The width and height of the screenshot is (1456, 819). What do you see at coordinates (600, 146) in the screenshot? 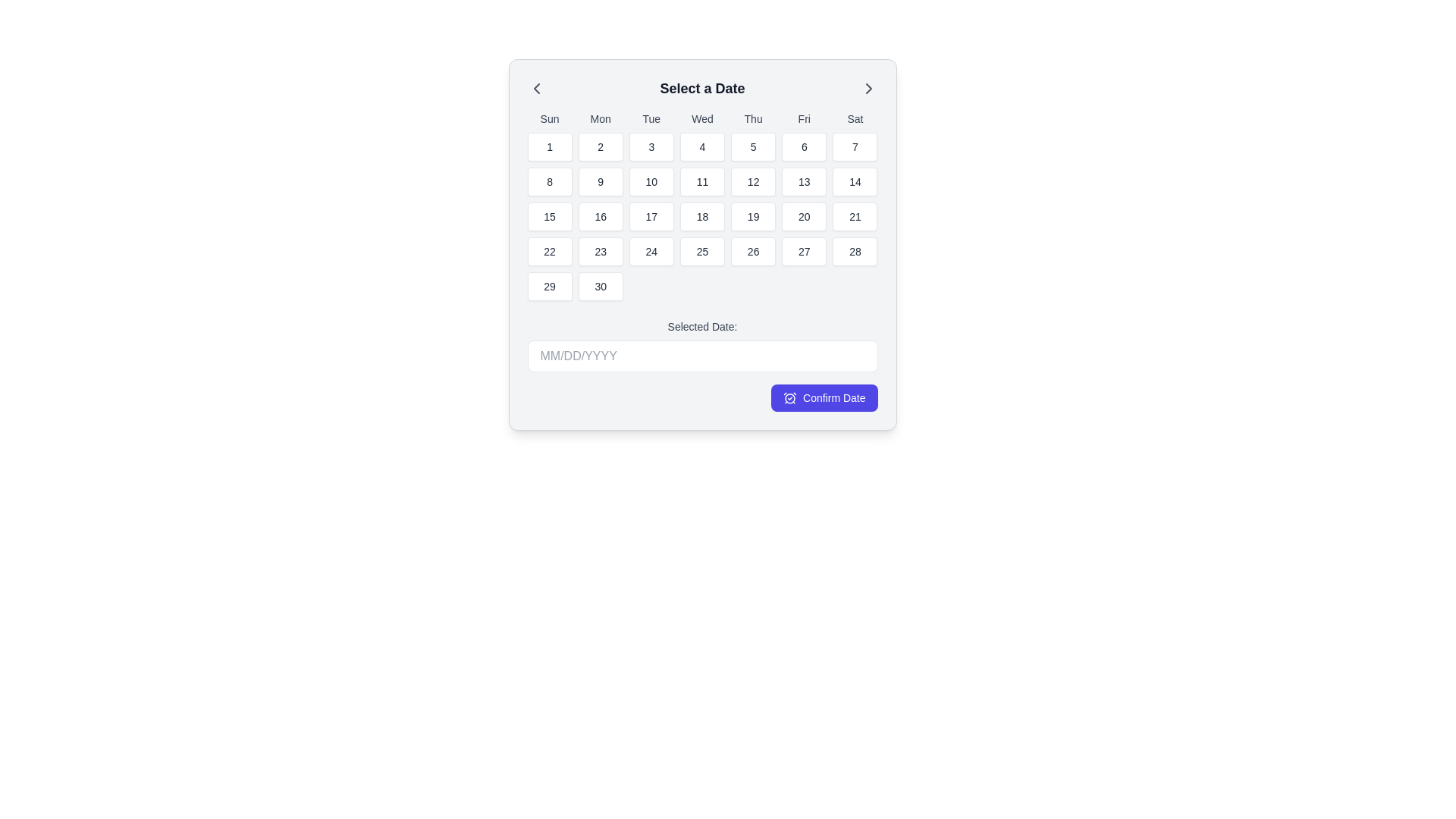
I see `the rectangular button with rounded corners labeled '2'` at bounding box center [600, 146].